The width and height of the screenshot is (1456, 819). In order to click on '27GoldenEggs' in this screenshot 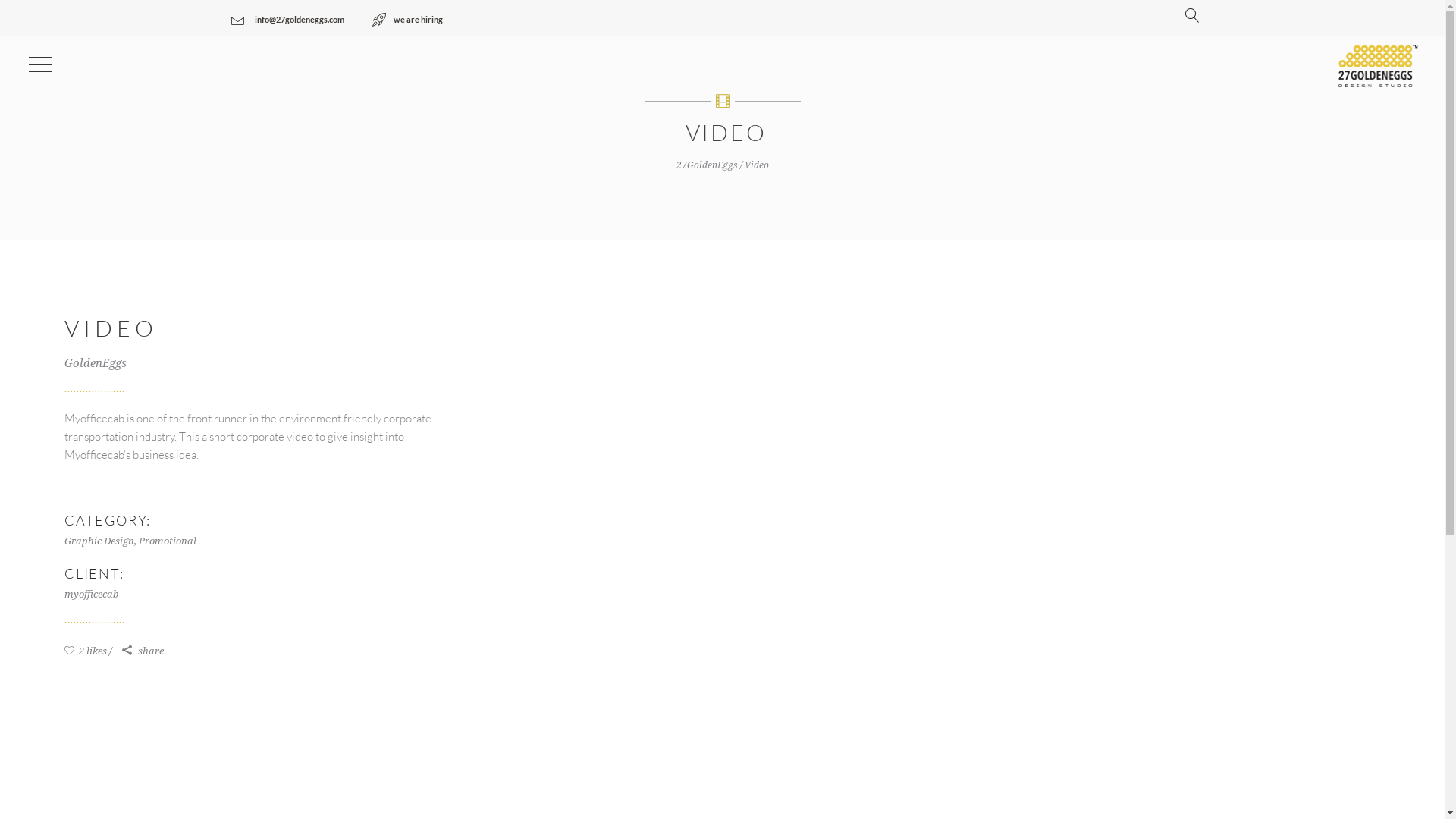, I will do `click(706, 165)`.